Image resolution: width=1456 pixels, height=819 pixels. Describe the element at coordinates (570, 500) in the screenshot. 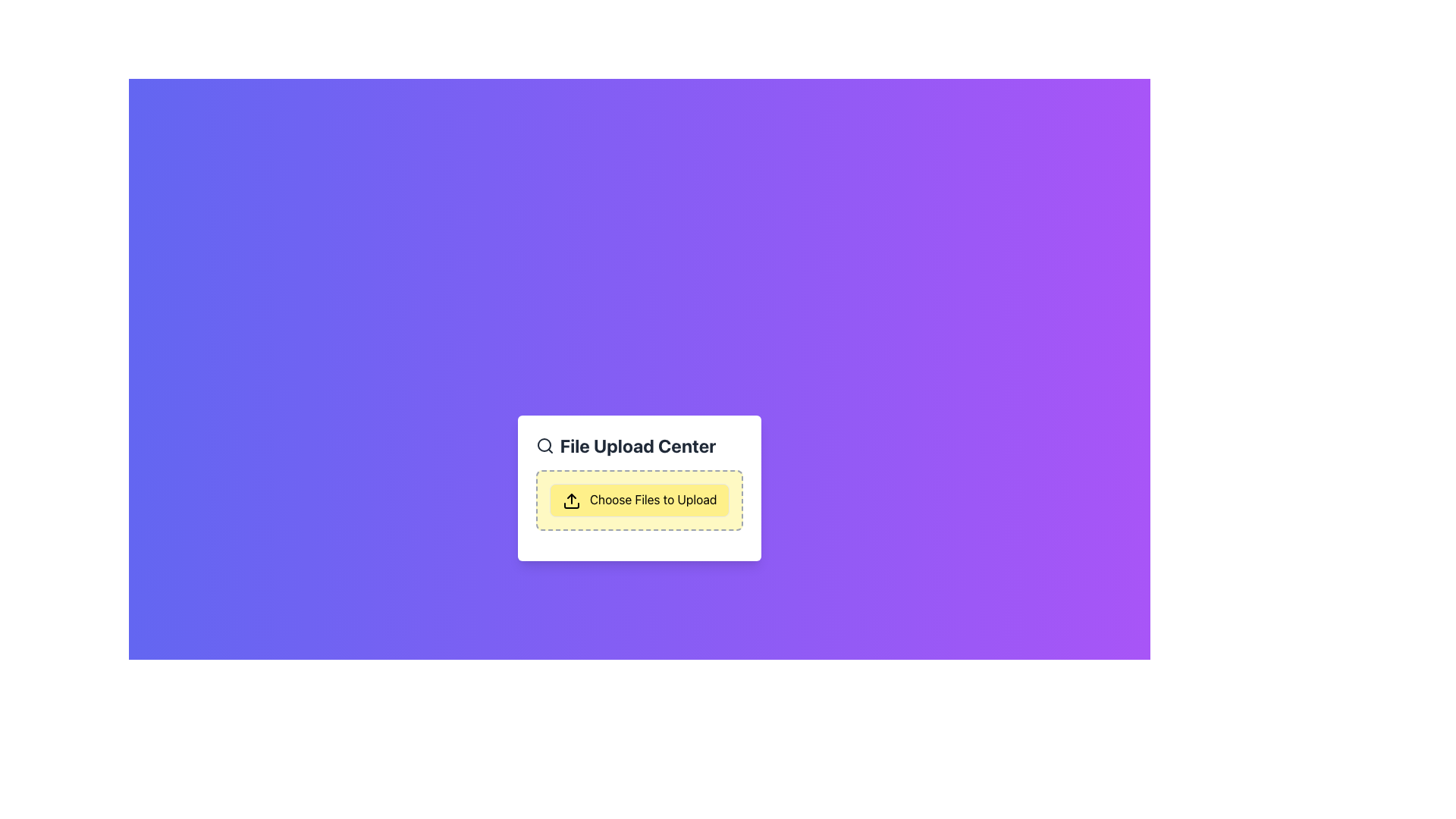

I see `the upload icon located at the far left within the 'Choose Files to Upload' button` at that location.